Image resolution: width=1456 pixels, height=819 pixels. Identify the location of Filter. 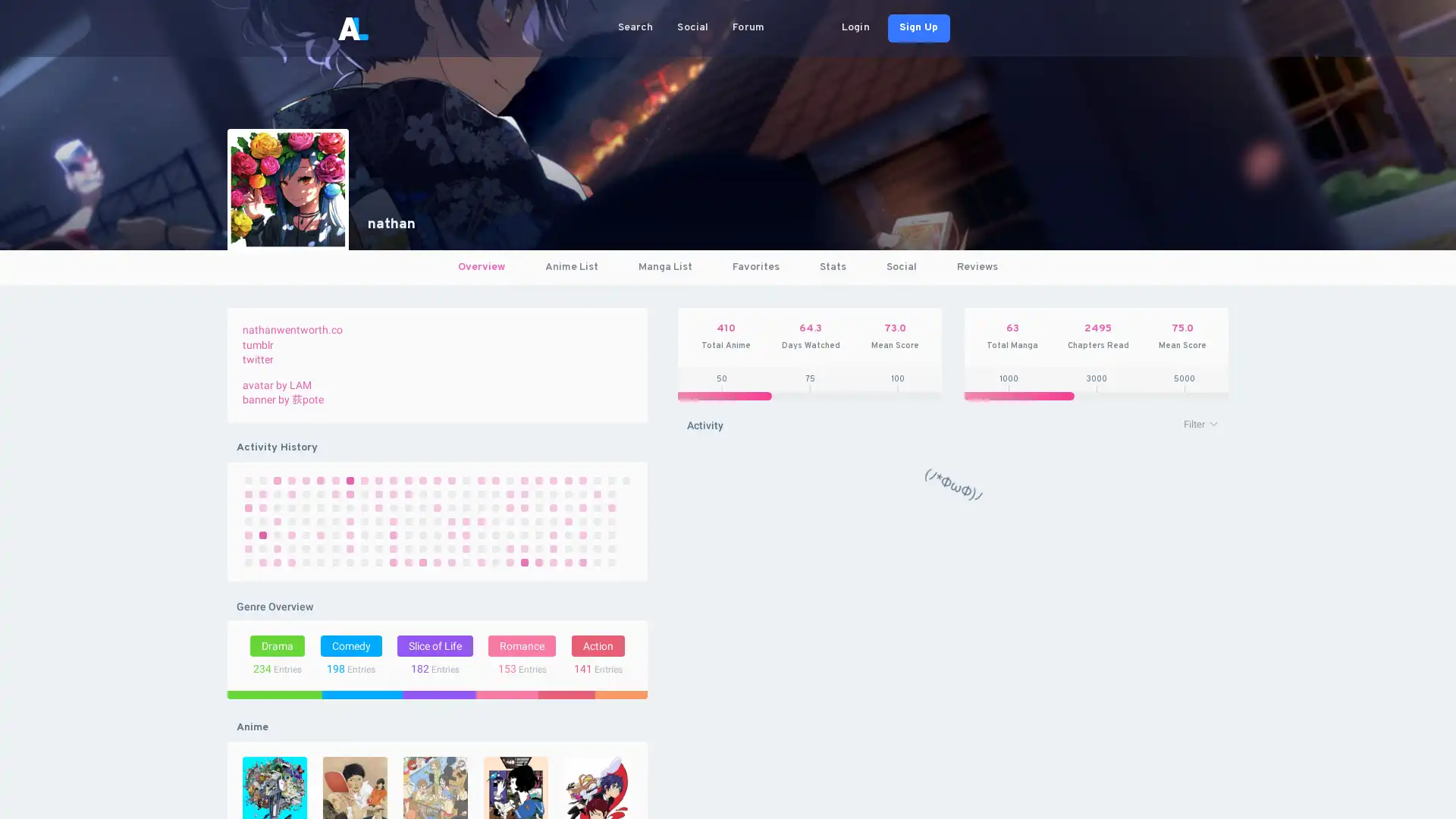
(1200, 424).